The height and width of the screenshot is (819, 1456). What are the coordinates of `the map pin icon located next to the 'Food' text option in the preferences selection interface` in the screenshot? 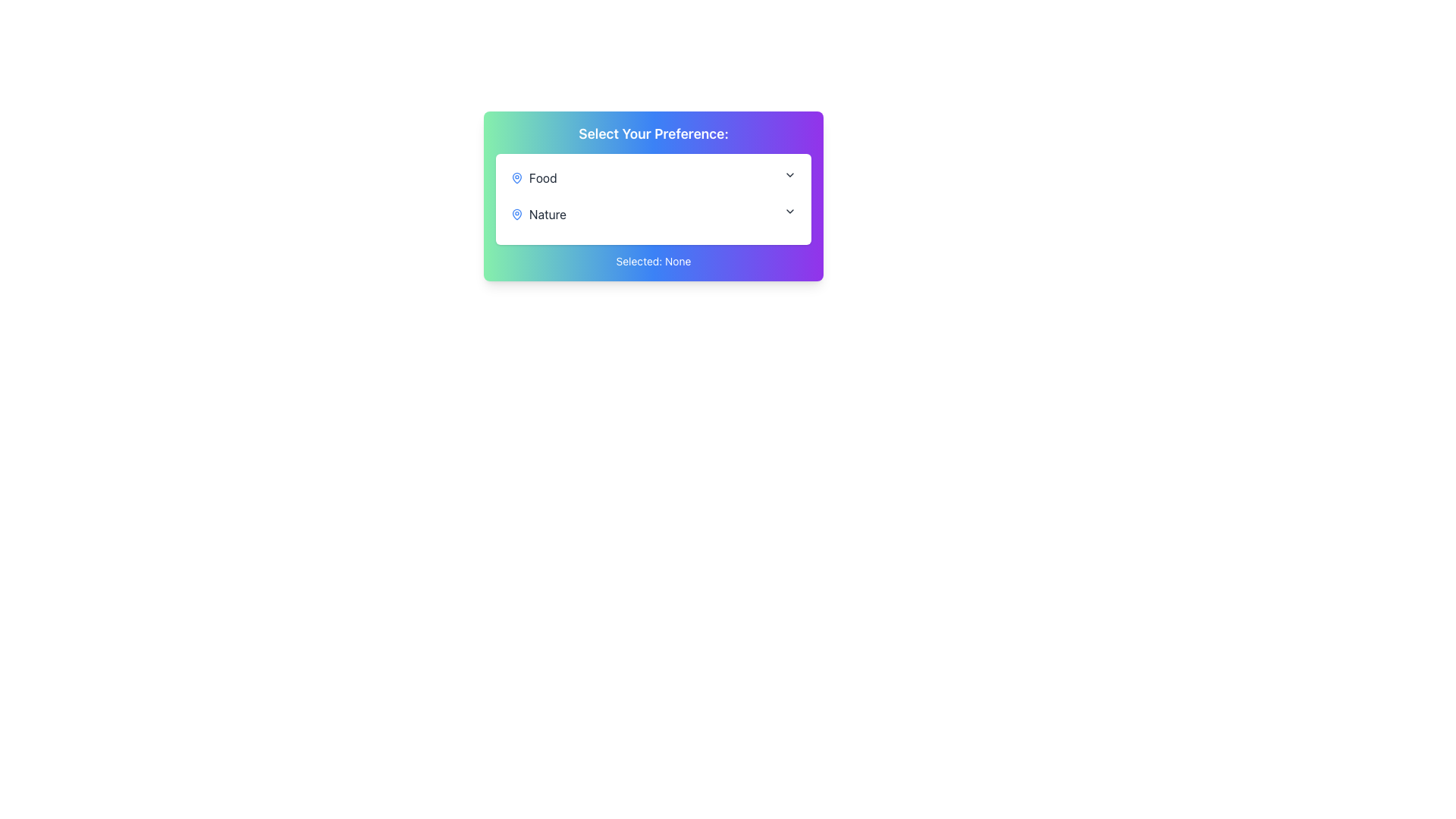 It's located at (516, 177).